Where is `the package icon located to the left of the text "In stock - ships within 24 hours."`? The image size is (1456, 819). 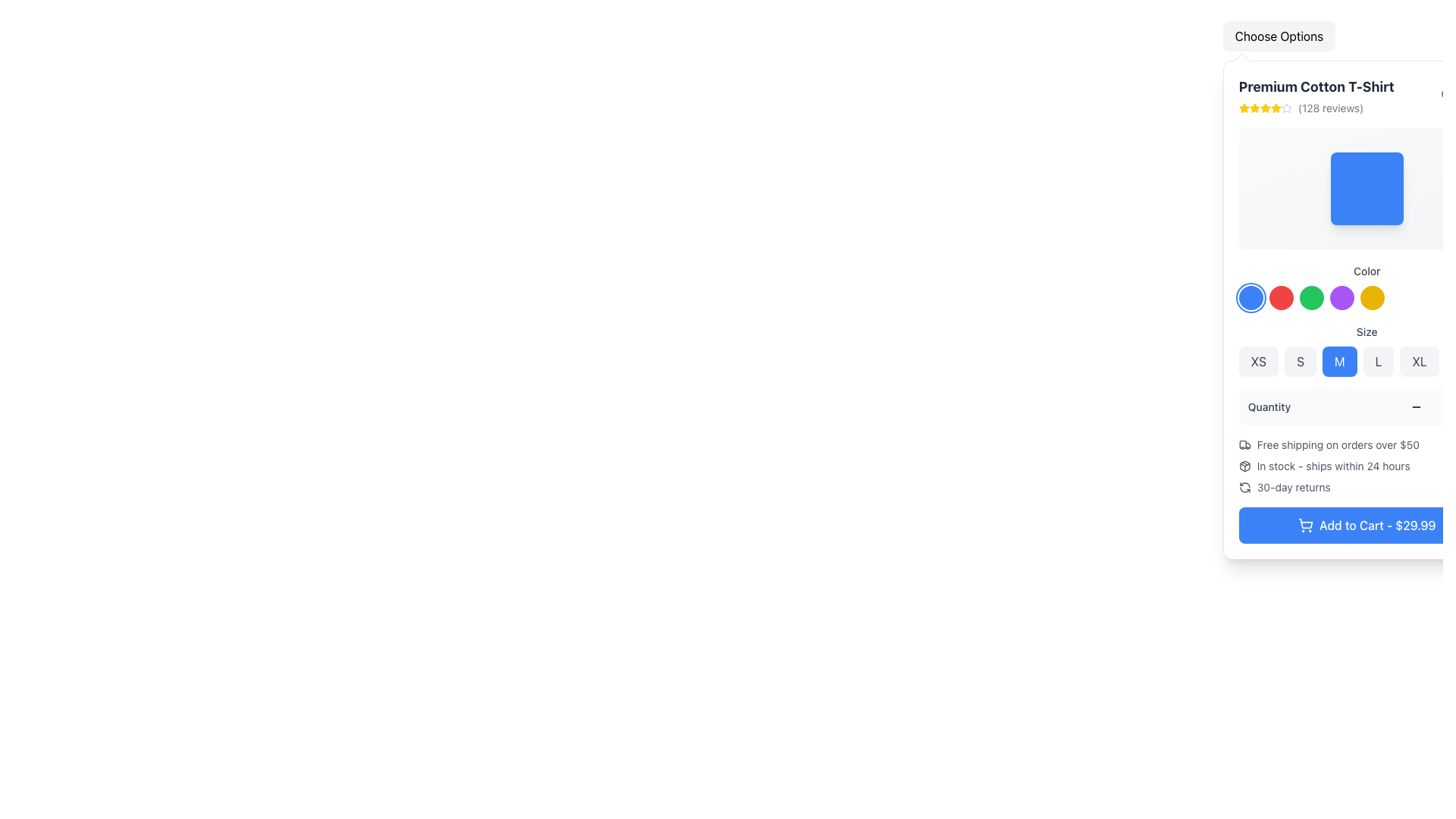
the package icon located to the left of the text "In stock - ships within 24 hours." is located at coordinates (1244, 465).